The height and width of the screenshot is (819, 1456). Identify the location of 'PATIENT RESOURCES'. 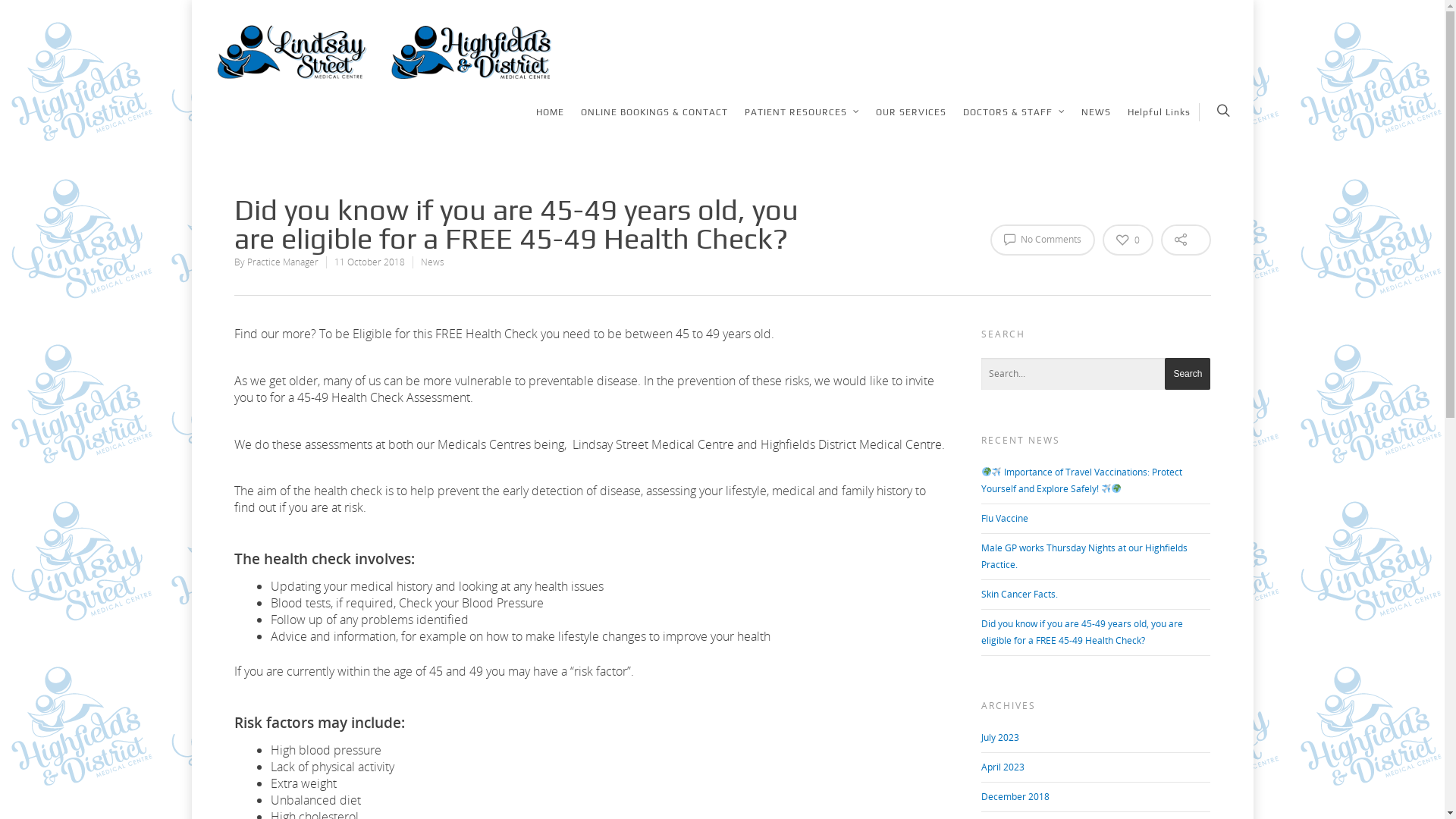
(801, 122).